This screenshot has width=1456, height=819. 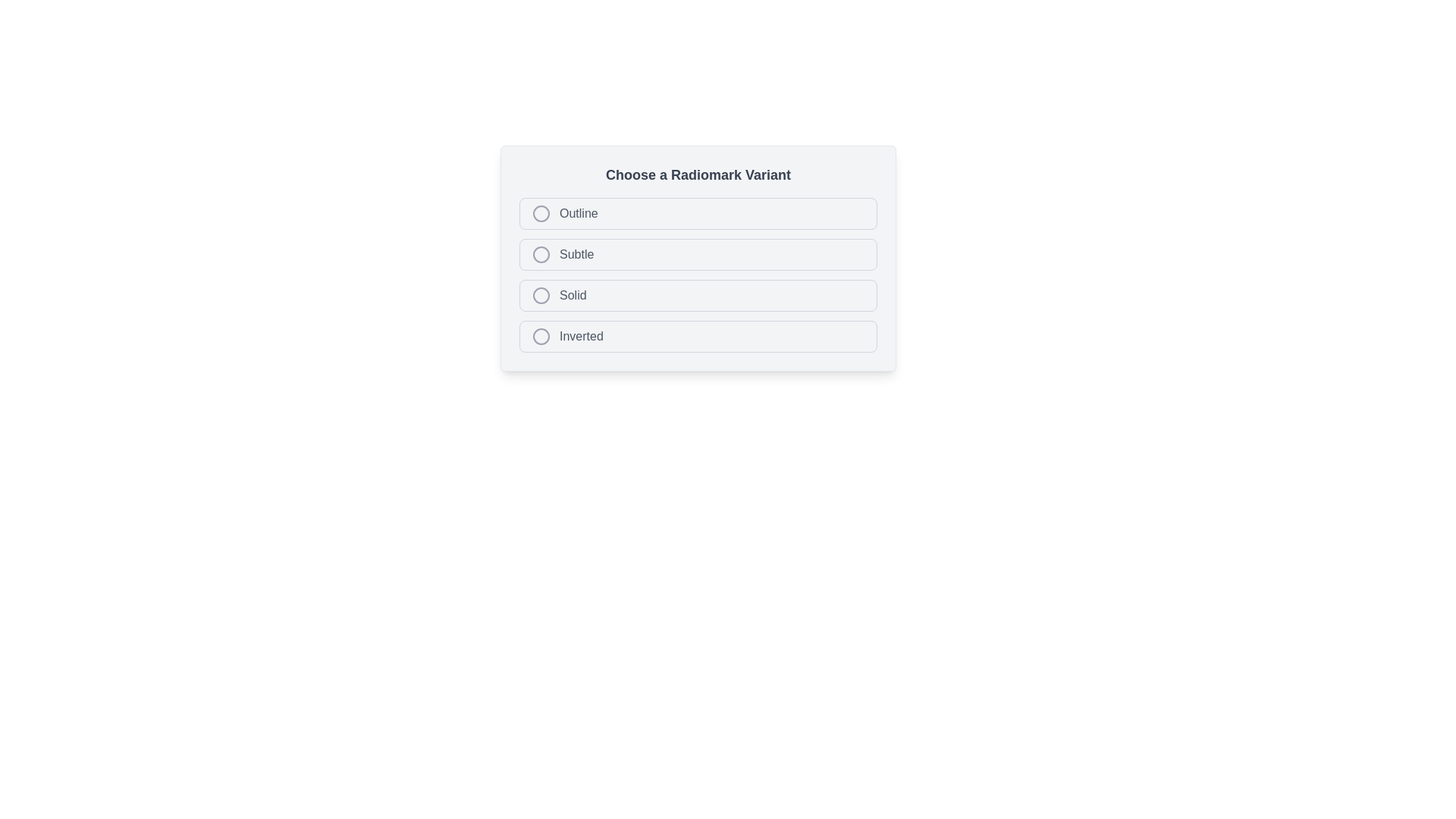 I want to click on the Radio Button element, which is a circular icon with a hollow center located to the left of the 'Inverted' label, positioned at the bottommost option of a vertical list within a card, so click(x=541, y=335).